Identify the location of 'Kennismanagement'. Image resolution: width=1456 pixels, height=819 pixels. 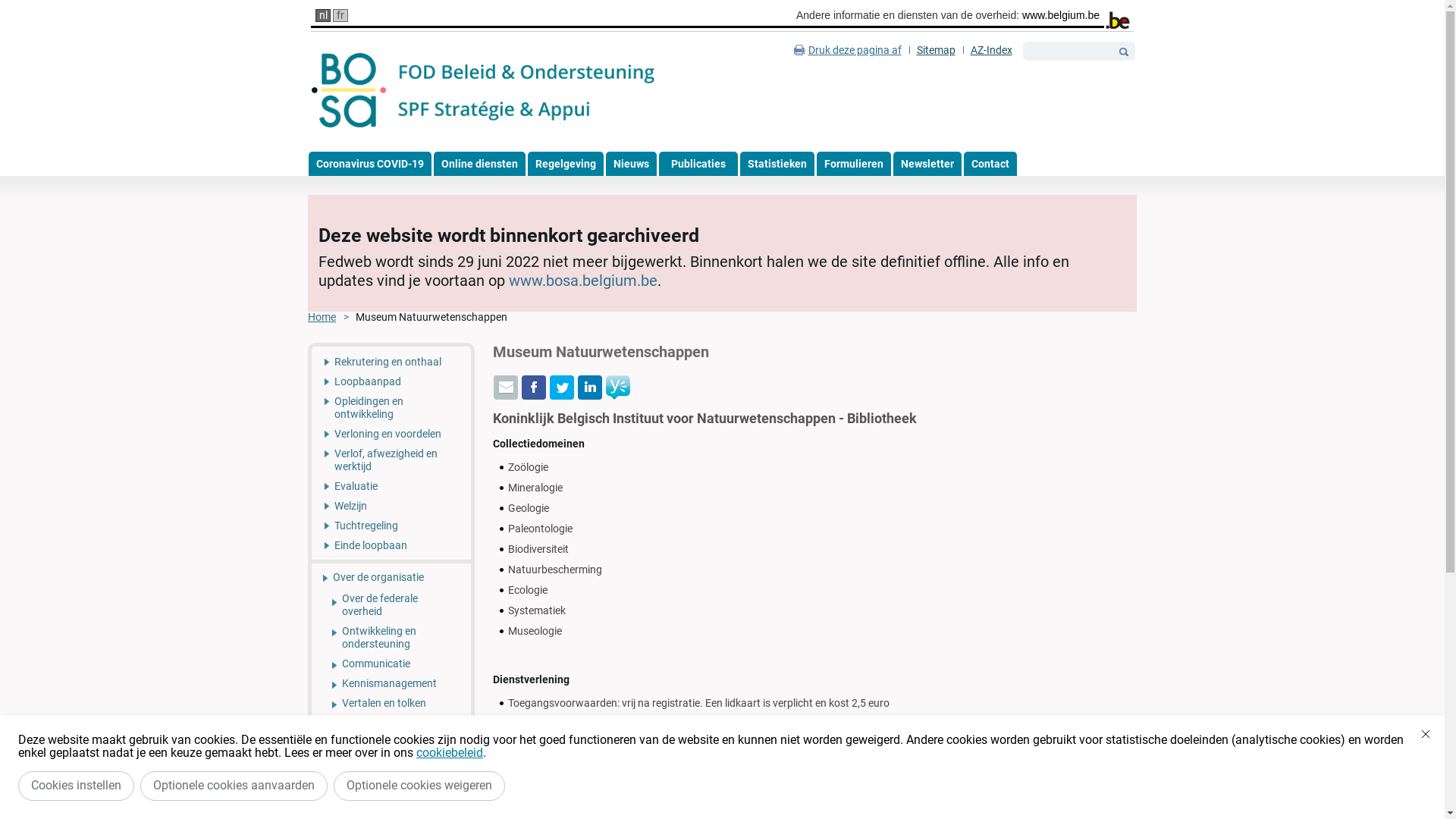
(311, 683).